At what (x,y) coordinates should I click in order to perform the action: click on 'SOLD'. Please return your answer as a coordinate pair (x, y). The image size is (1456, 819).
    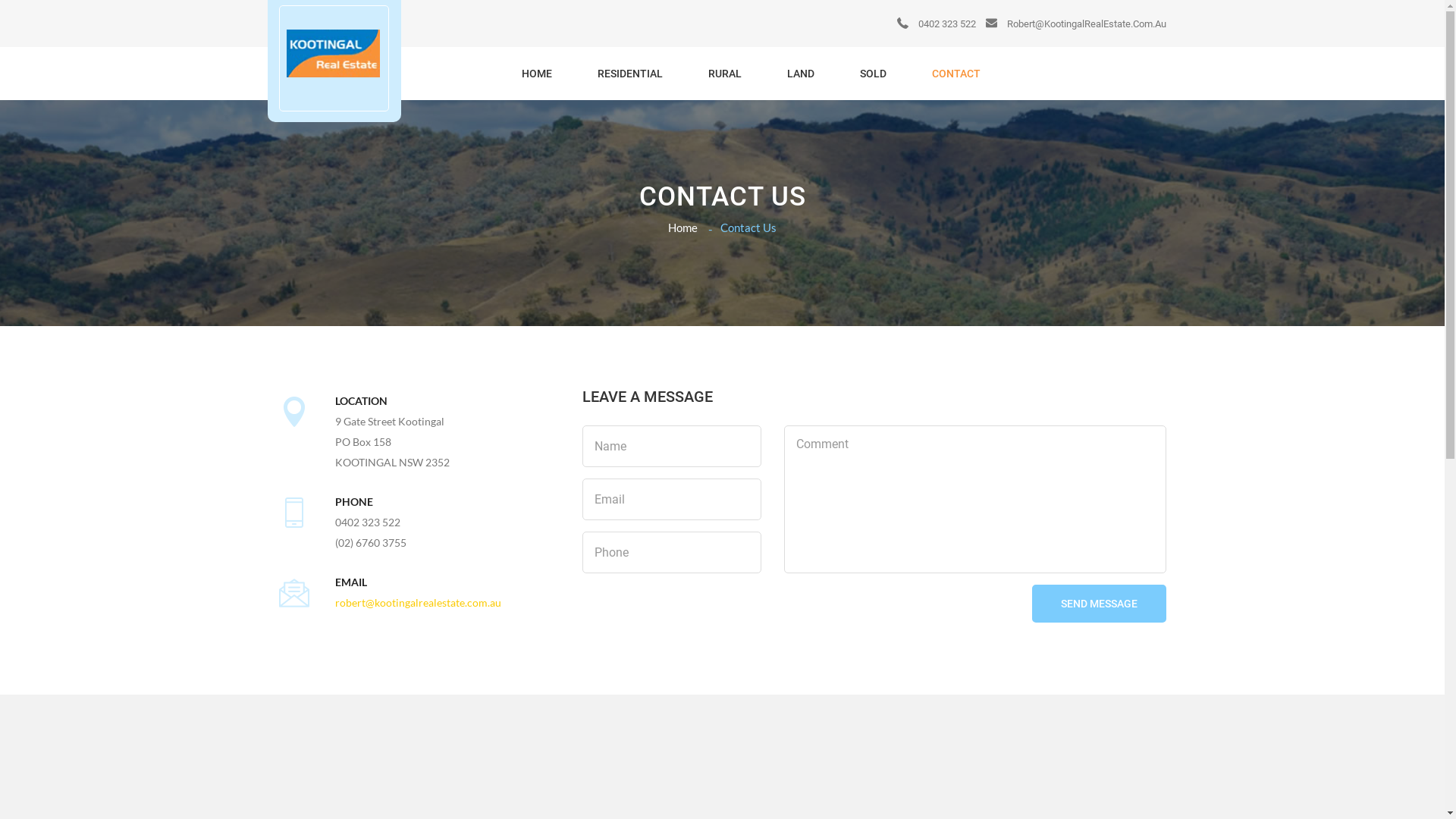
    Looking at the image, I should click on (873, 73).